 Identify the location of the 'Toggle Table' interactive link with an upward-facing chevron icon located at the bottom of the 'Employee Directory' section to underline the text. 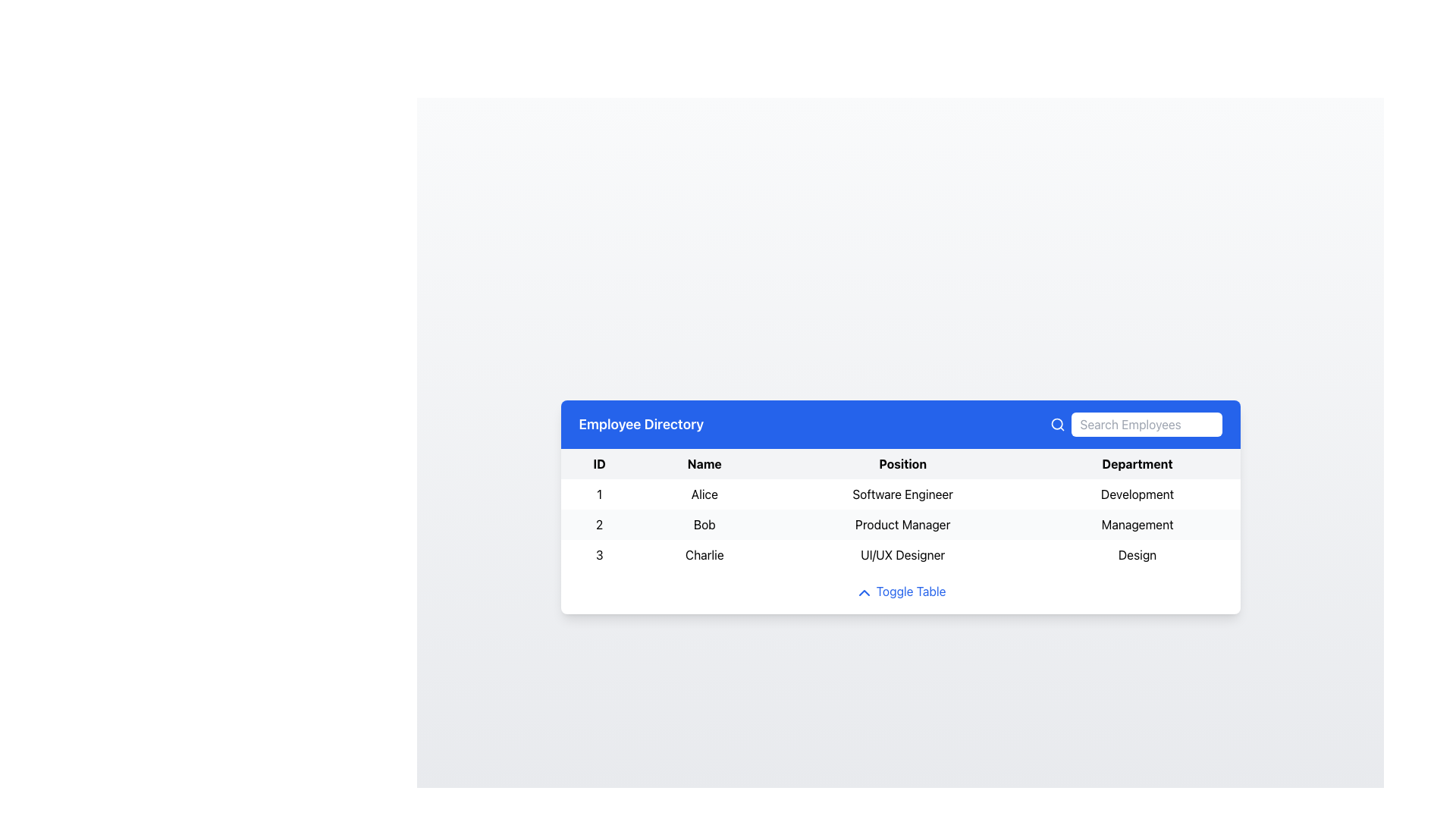
(900, 591).